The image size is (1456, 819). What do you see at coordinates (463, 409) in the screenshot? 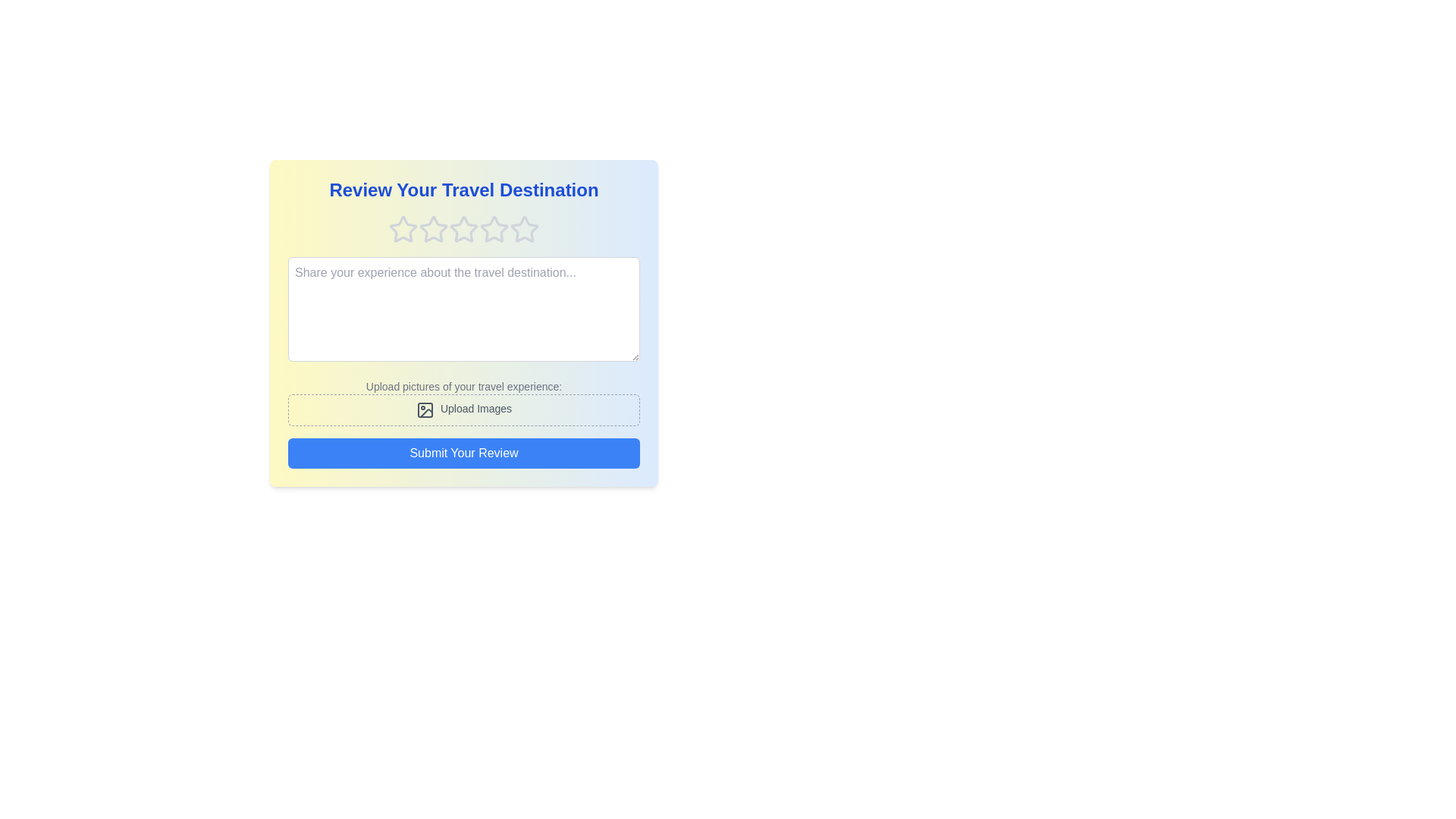
I see `the 'Upload Images' section to initiate the image upload process` at bounding box center [463, 409].